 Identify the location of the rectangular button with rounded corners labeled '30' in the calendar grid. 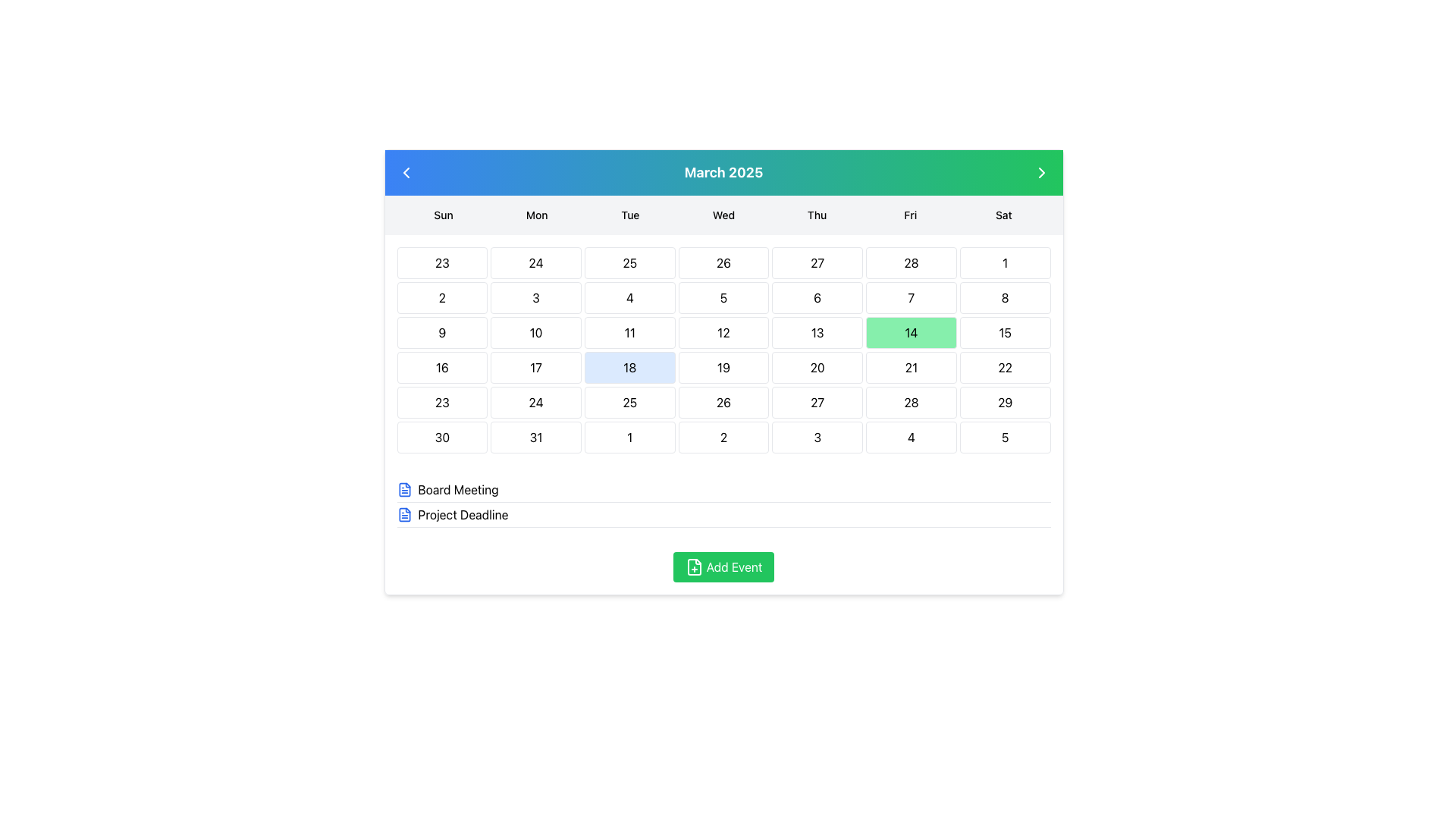
(441, 438).